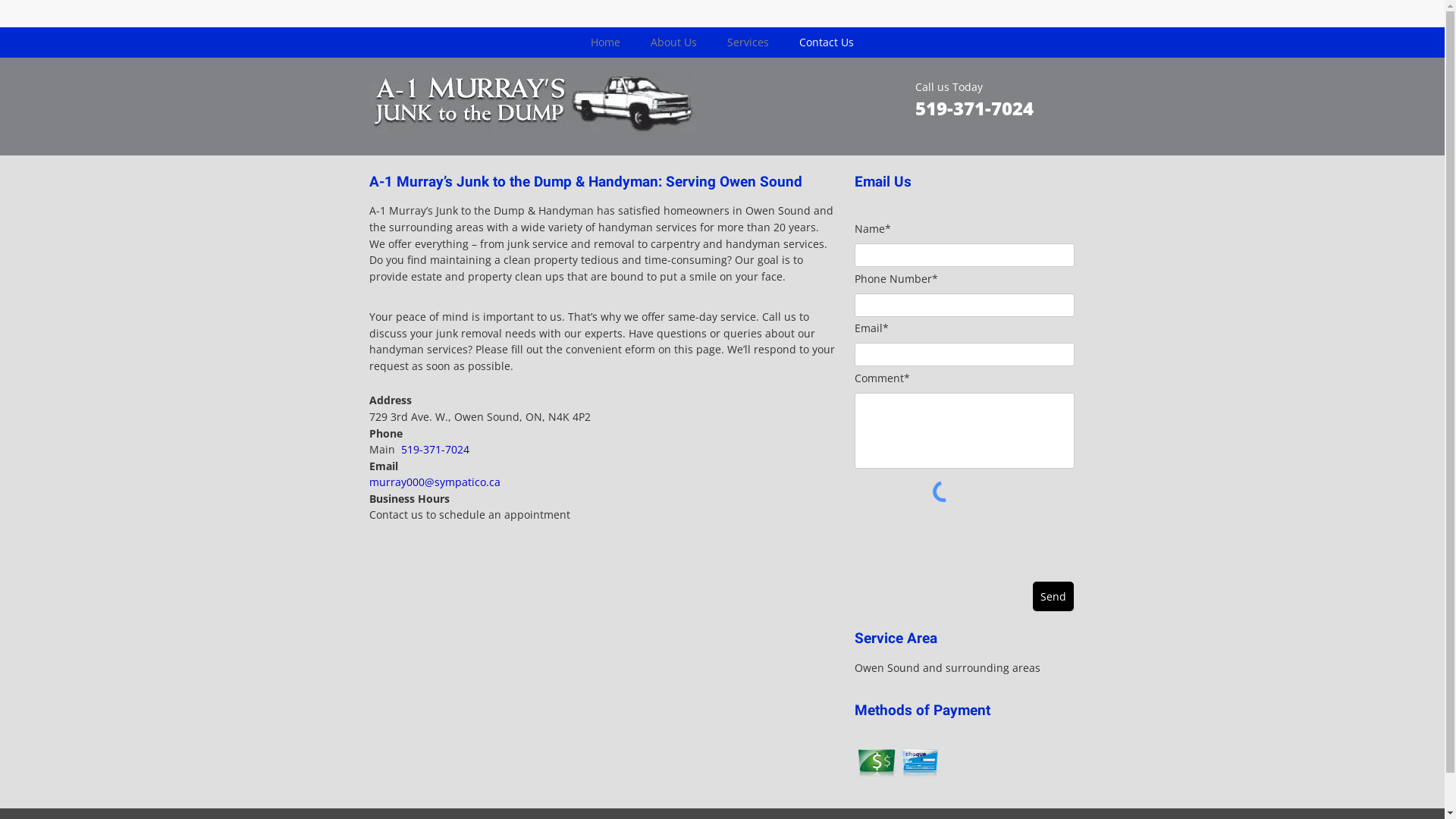  I want to click on 'About Us', so click(673, 42).